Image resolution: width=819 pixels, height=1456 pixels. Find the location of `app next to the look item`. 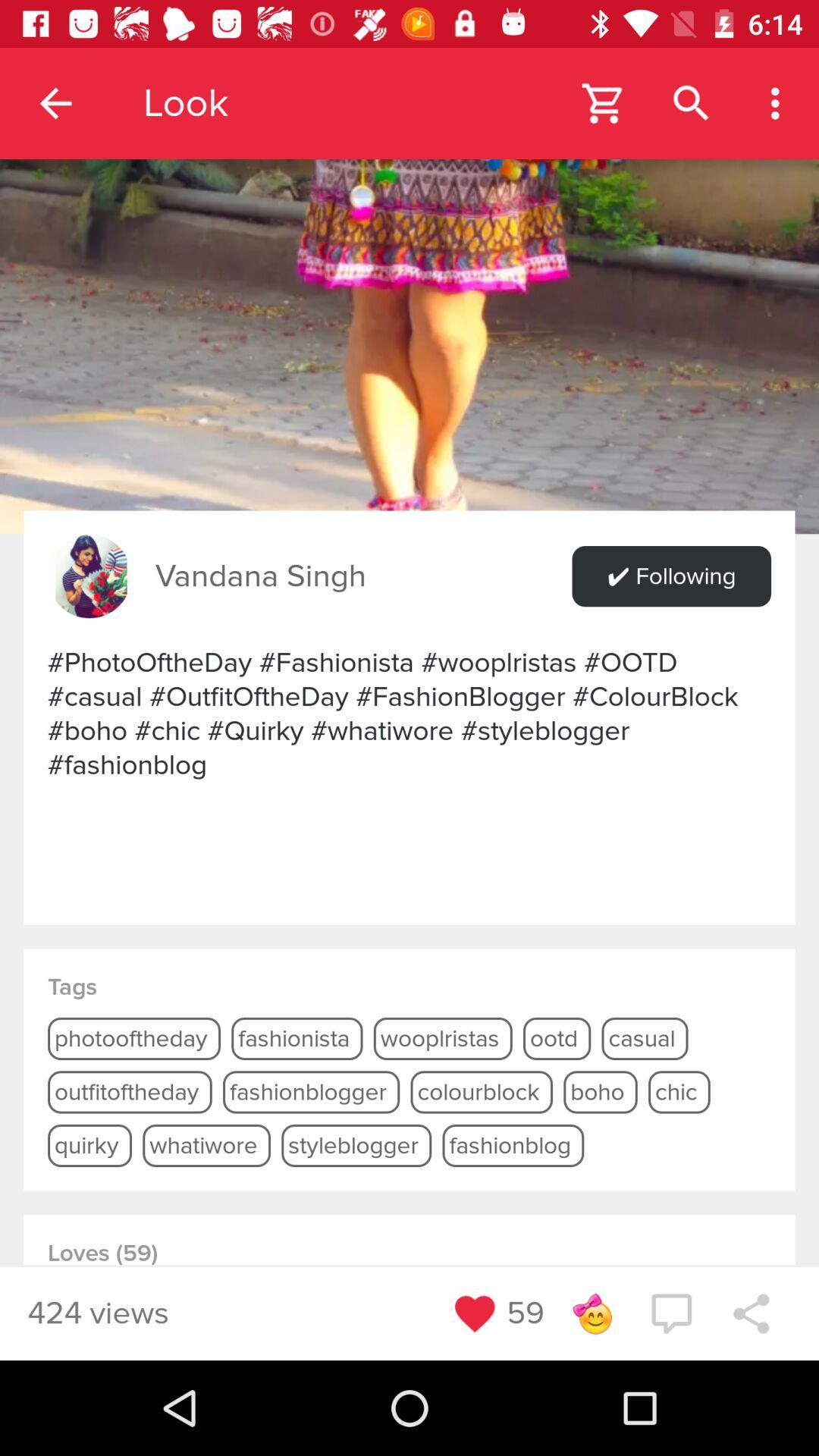

app next to the look item is located at coordinates (55, 102).